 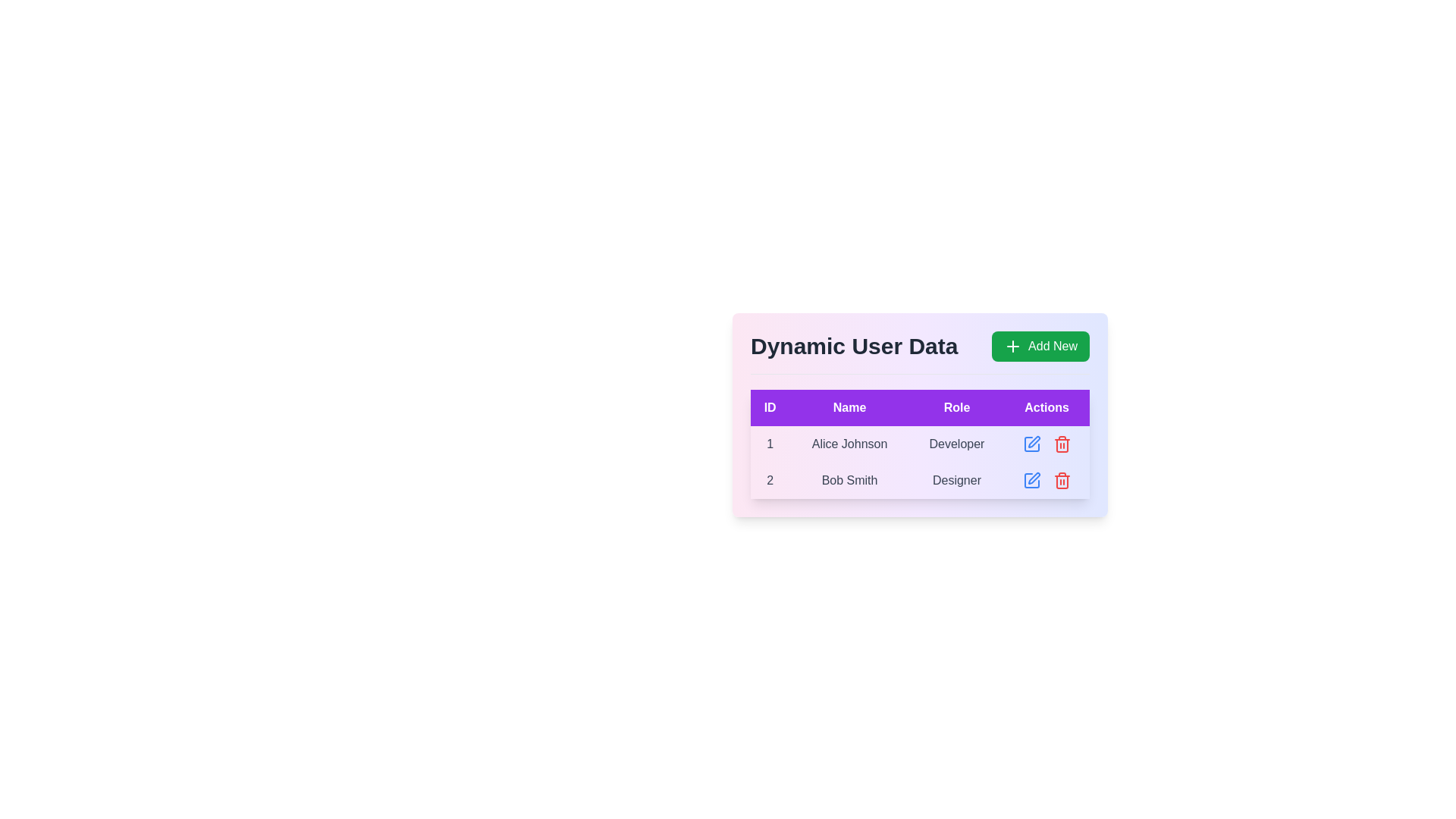 I want to click on the small text element displaying the number '1' which is positioned at the top-left corner of the row containing 'Alice Johnson, Developer', so click(x=770, y=444).